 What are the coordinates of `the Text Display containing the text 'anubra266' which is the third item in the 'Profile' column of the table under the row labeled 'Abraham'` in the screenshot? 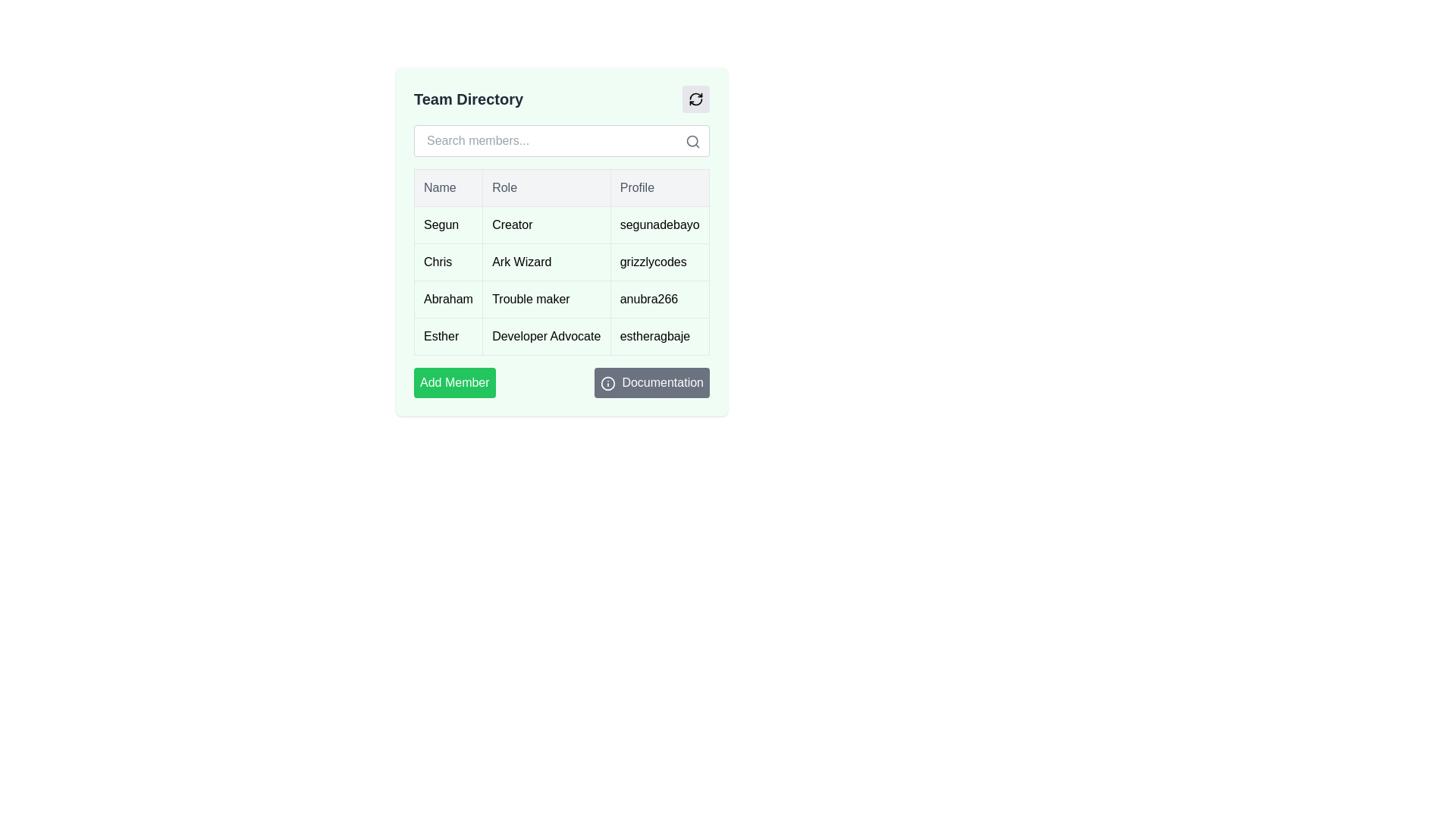 It's located at (660, 299).